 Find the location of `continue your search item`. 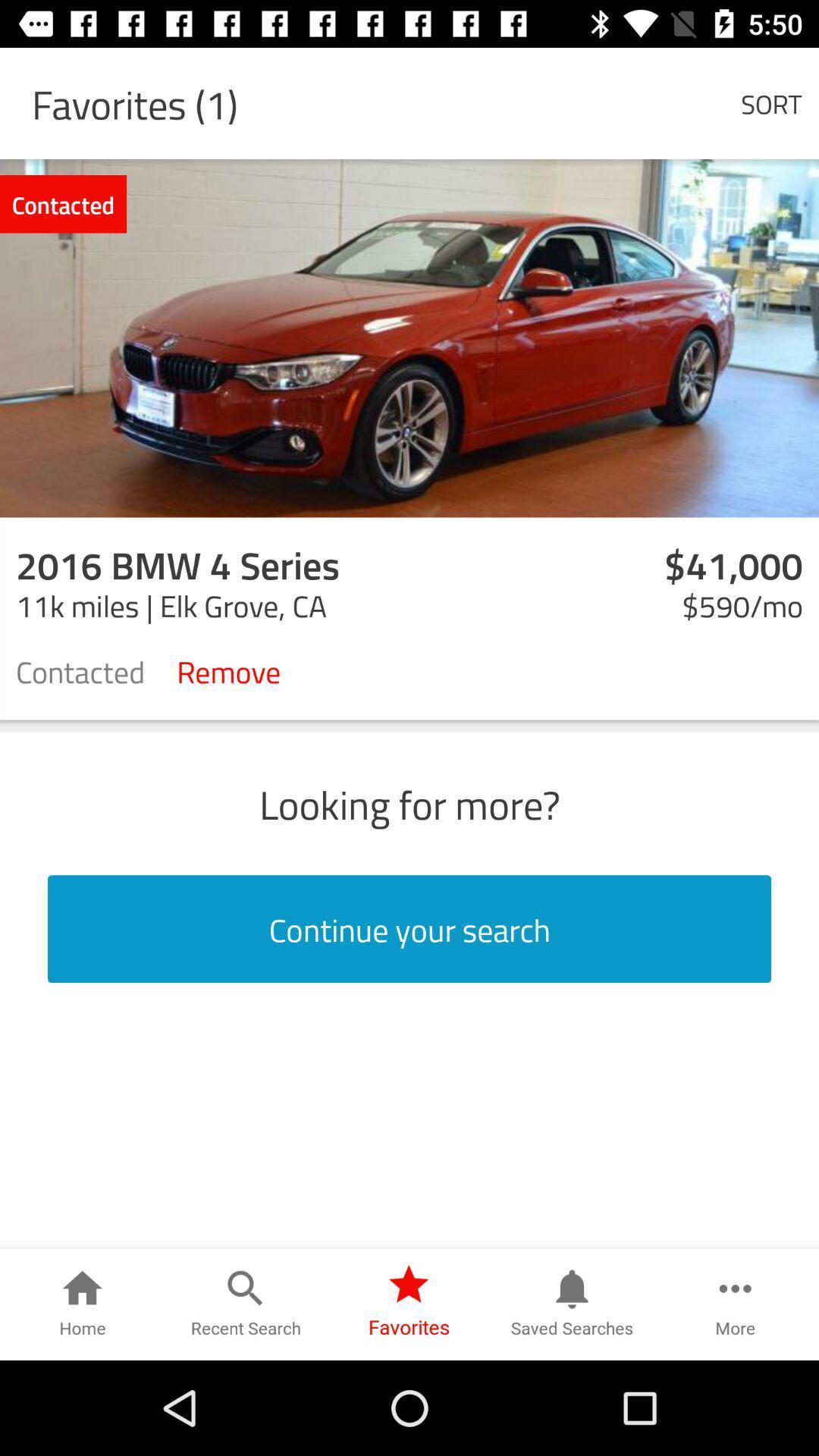

continue your search item is located at coordinates (409, 928).